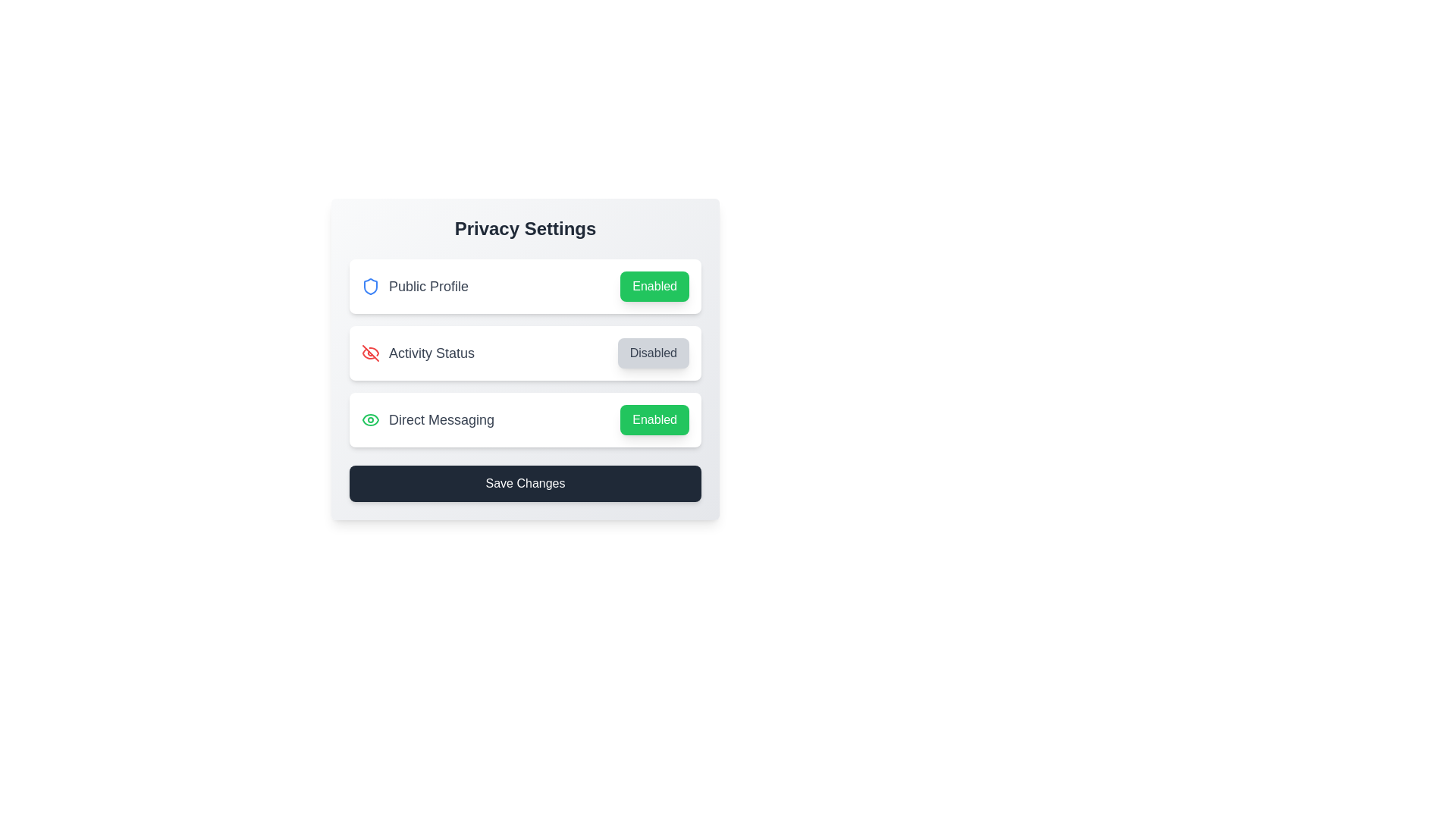 The height and width of the screenshot is (819, 1456). I want to click on the 'Save Changes' button to save the settings, so click(525, 483).